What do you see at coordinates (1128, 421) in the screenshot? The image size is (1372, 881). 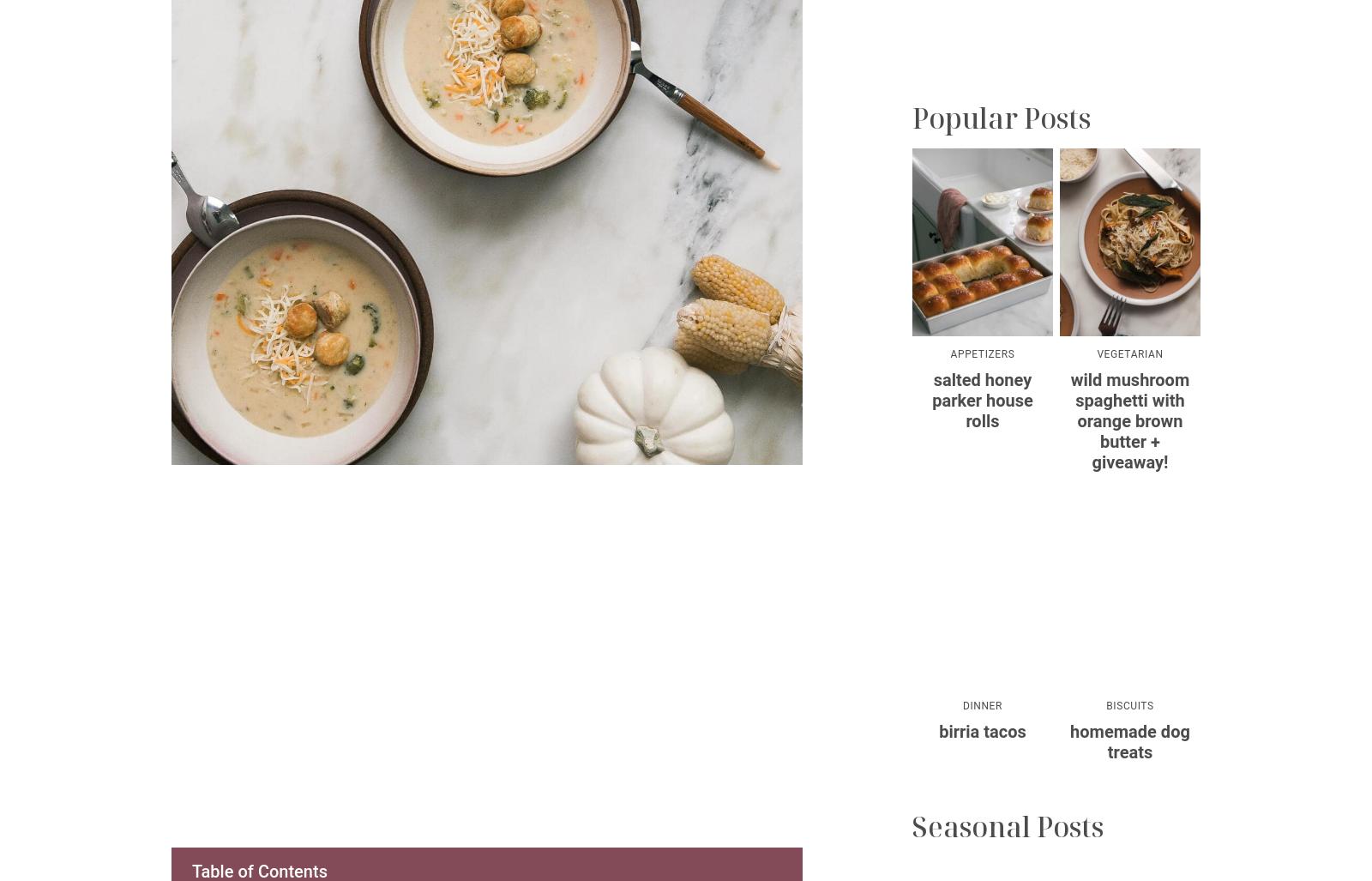 I see `'Wild Mushroom Spaghetti with Orange Brown Butter + Giveaway!'` at bounding box center [1128, 421].